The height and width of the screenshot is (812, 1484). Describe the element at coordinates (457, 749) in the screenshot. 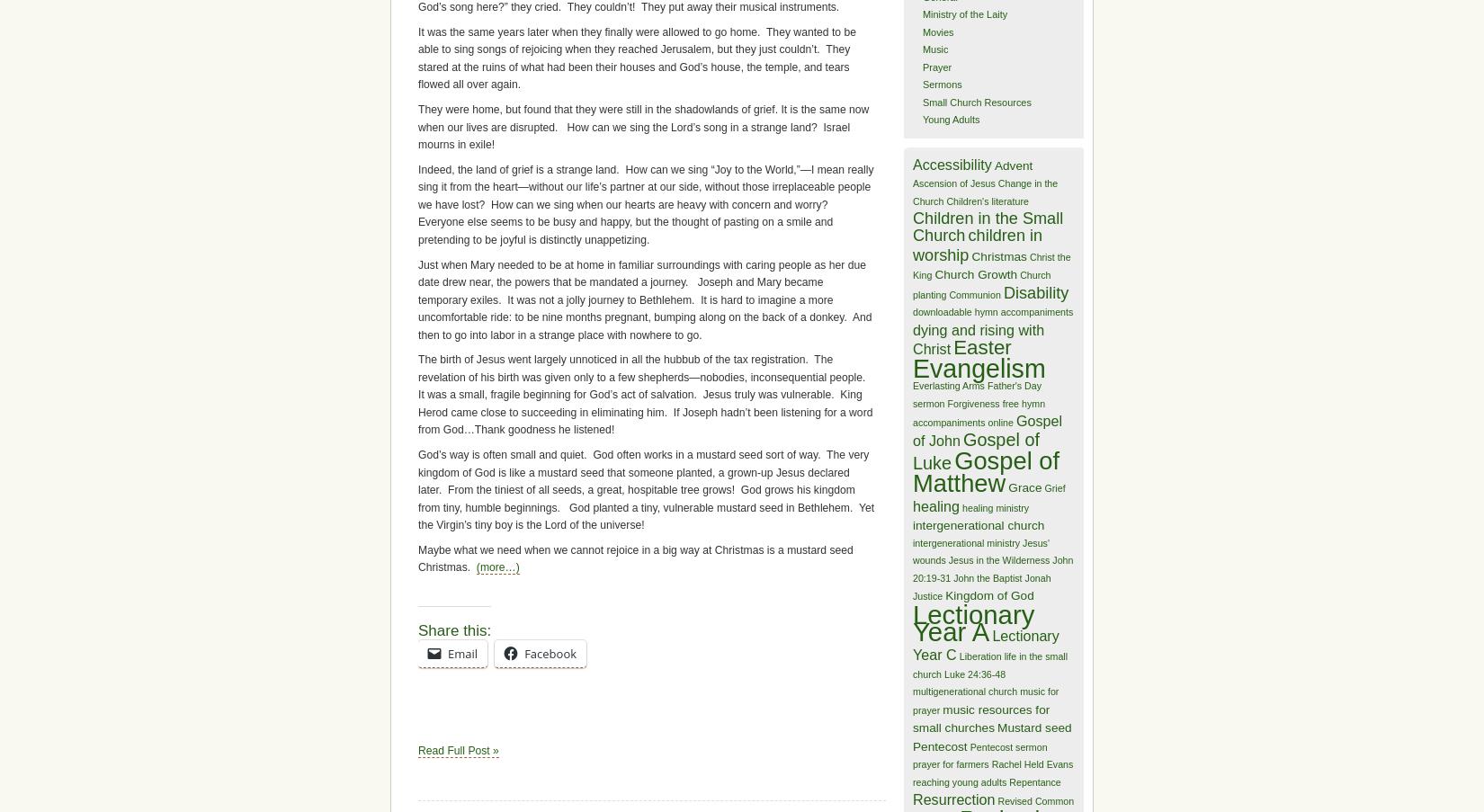

I see `'Read Full Post »'` at that location.